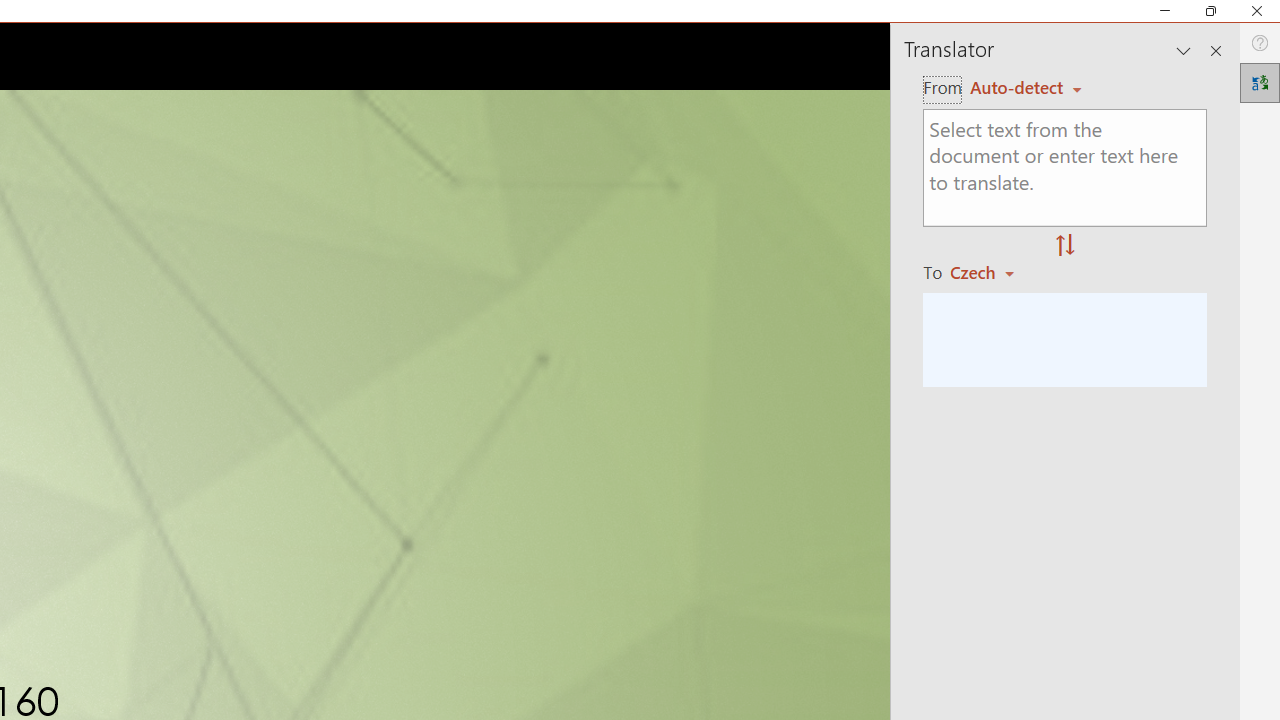 The width and height of the screenshot is (1280, 720). I want to click on 'Swap "from" and "to" languages.', so click(1064, 244).